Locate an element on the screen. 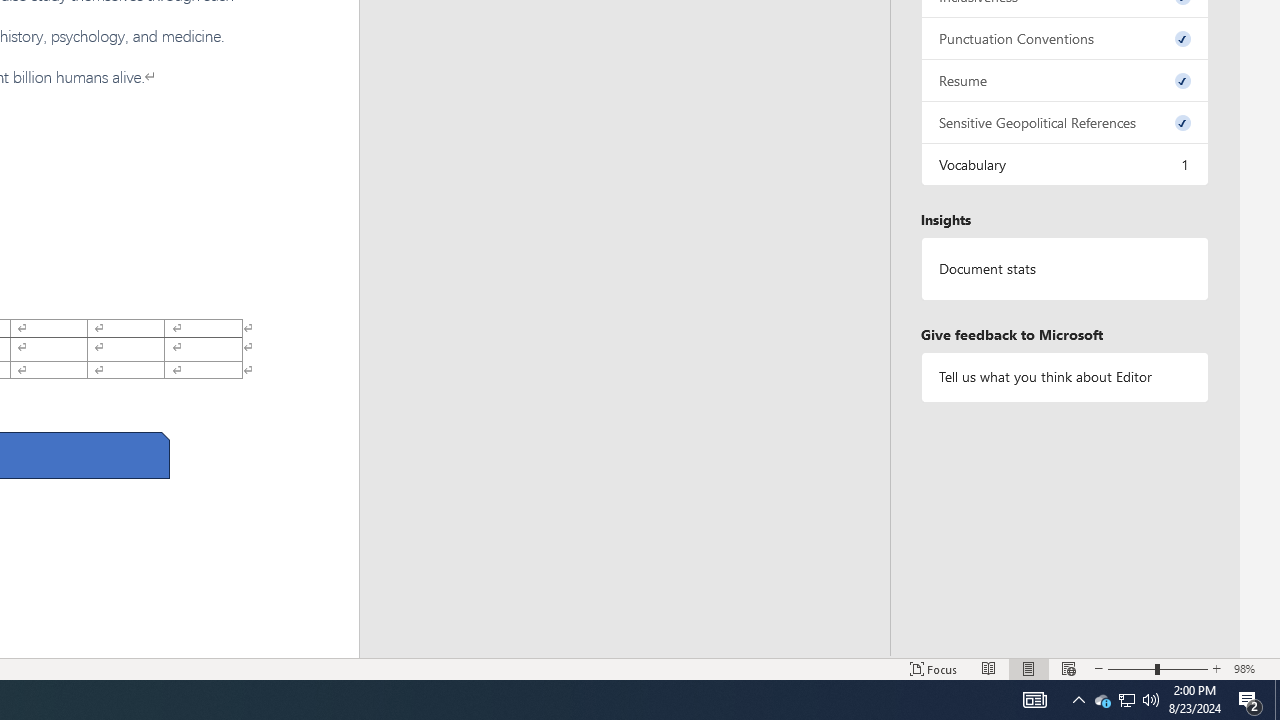 The height and width of the screenshot is (720, 1280). 'Print Layout' is located at coordinates (1029, 669).